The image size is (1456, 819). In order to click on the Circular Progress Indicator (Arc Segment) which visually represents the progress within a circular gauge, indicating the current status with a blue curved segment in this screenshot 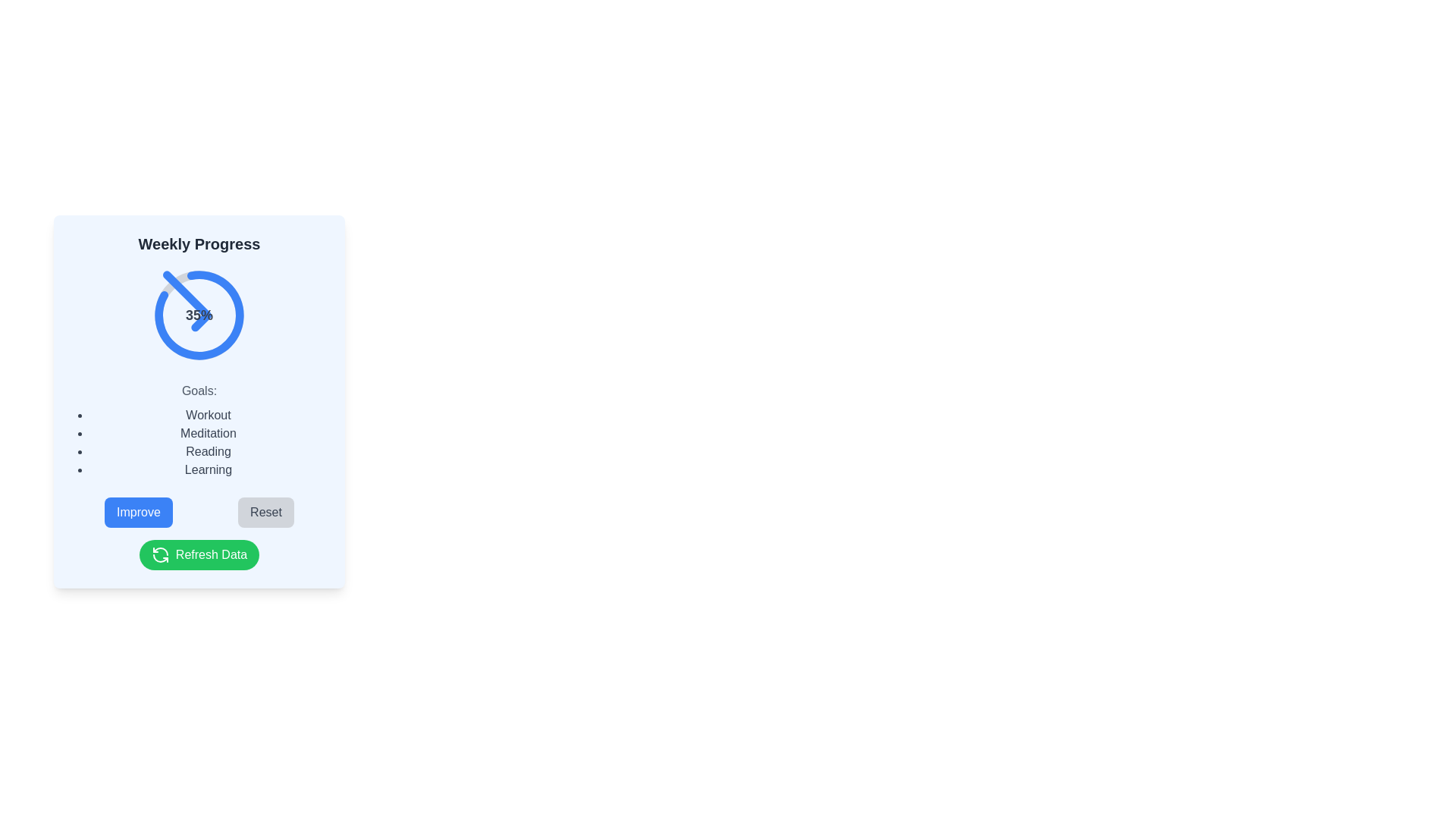, I will do `click(199, 315)`.